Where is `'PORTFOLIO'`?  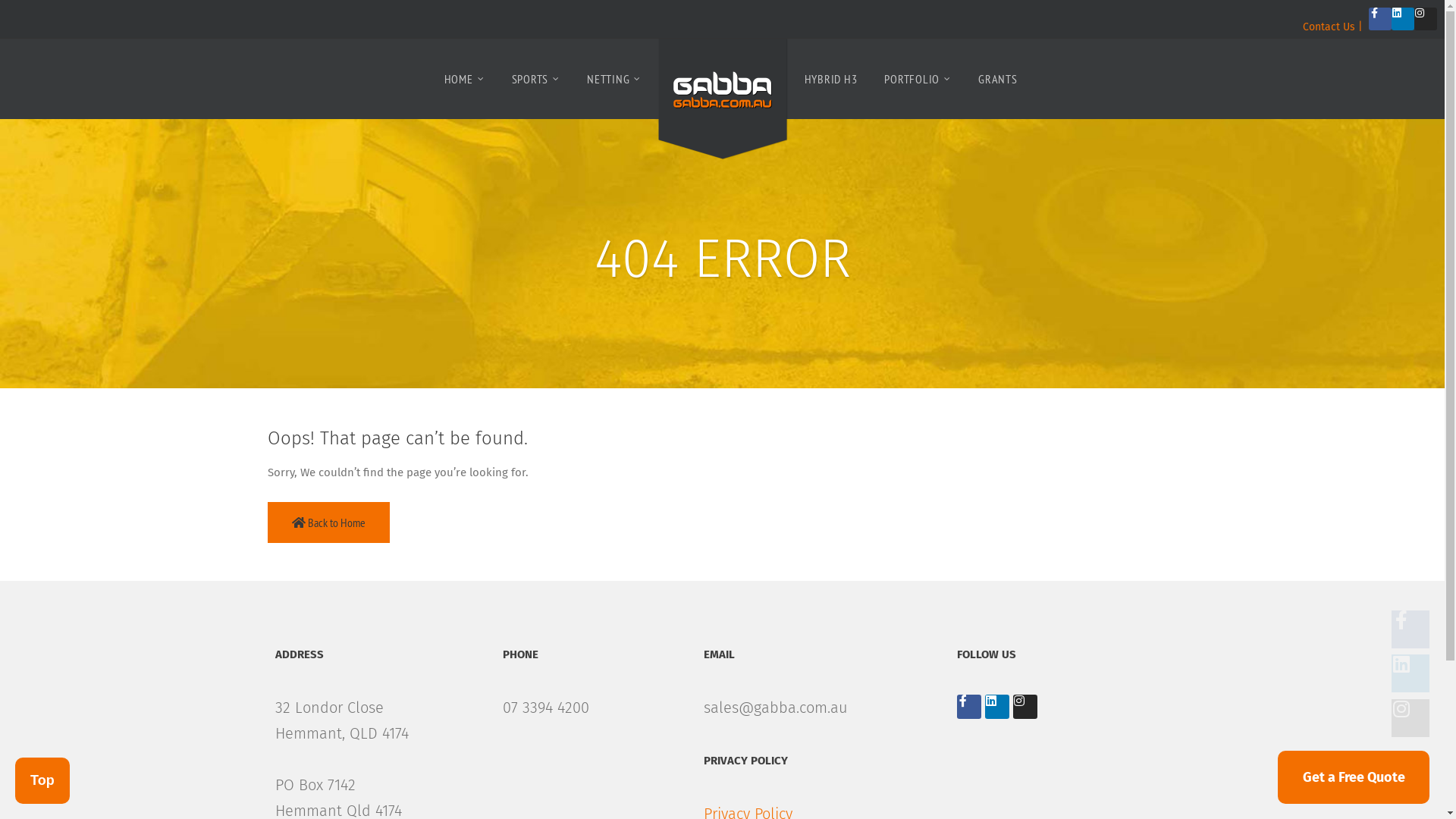
'PORTFOLIO' is located at coordinates (916, 79).